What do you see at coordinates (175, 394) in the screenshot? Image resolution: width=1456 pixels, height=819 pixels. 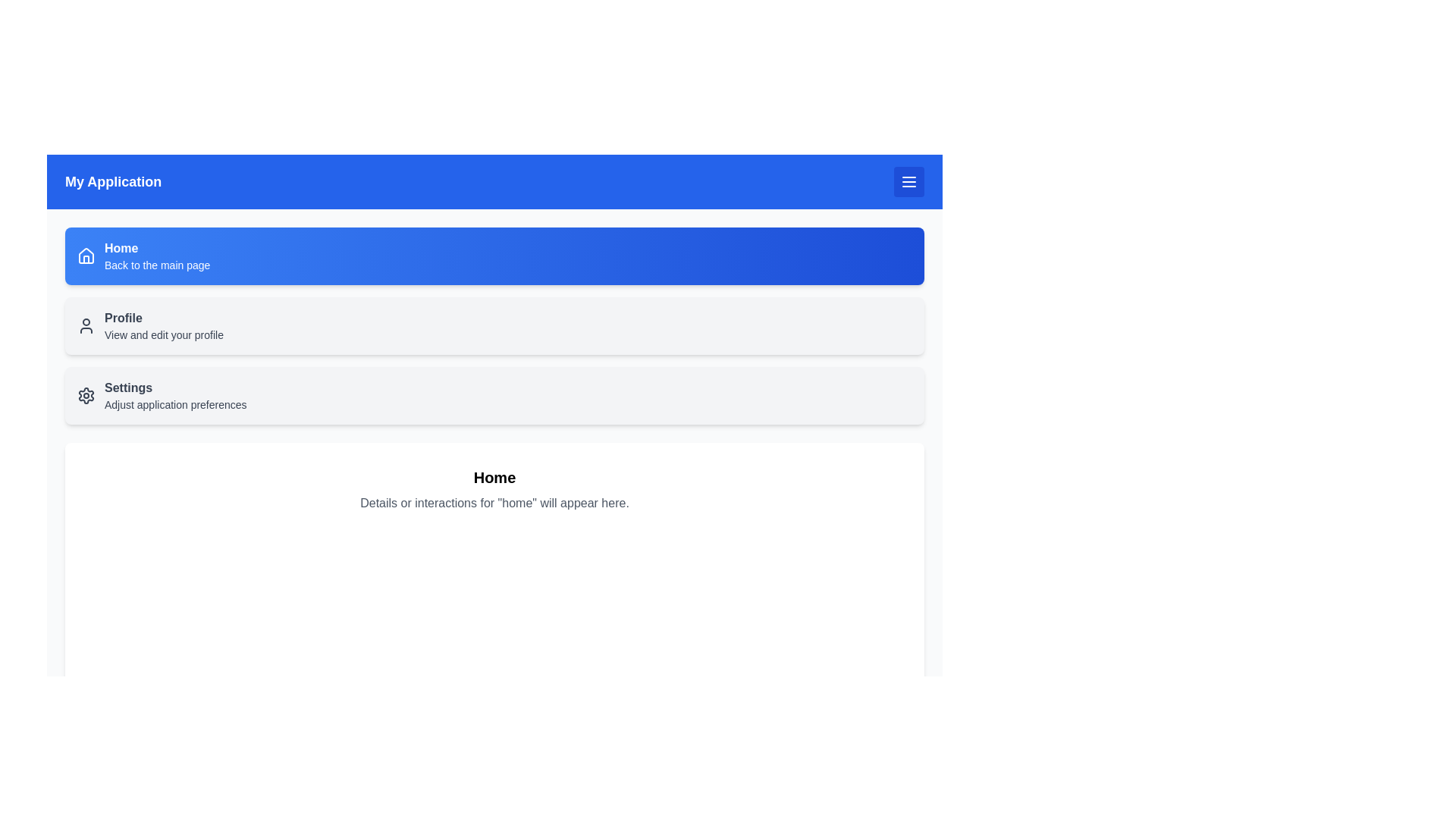 I see `the 'Settings' text label in the left sidebar menu, which provides descriptive text for the 'Settings' option` at bounding box center [175, 394].